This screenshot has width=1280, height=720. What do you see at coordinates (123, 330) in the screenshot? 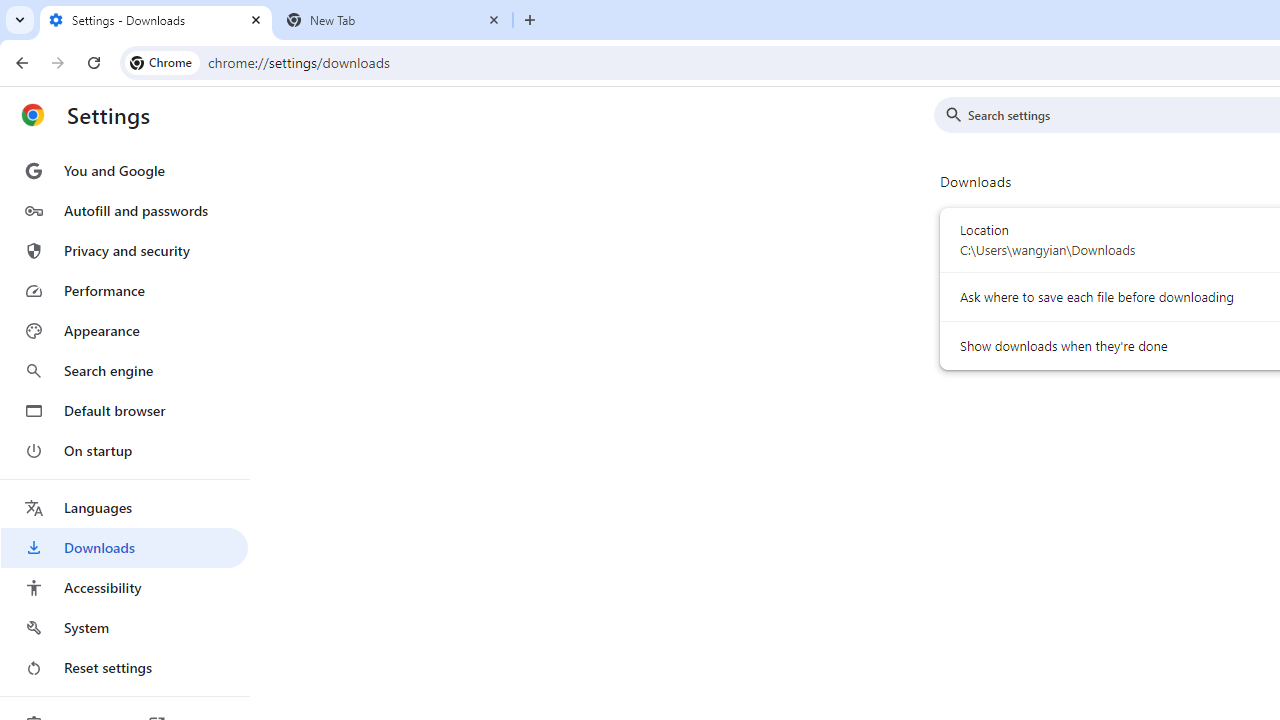
I see `'Appearance'` at bounding box center [123, 330].